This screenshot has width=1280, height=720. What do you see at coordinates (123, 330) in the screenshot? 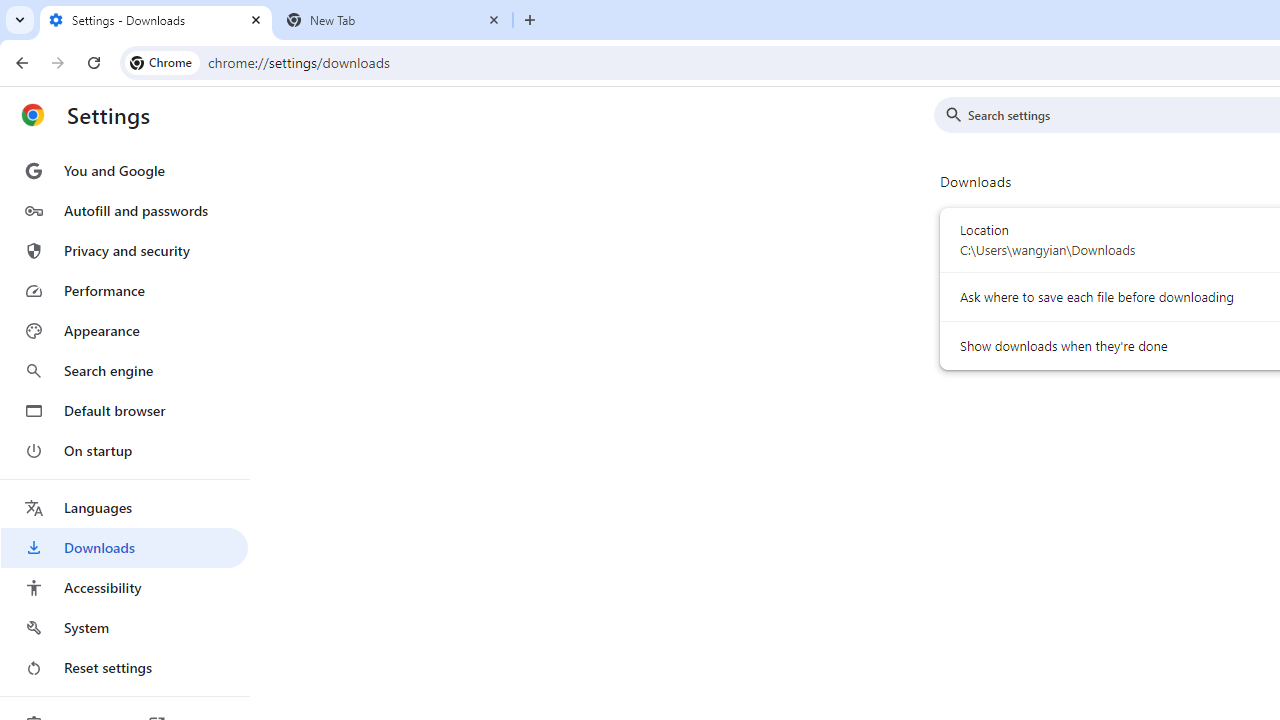
I see `'Appearance'` at bounding box center [123, 330].